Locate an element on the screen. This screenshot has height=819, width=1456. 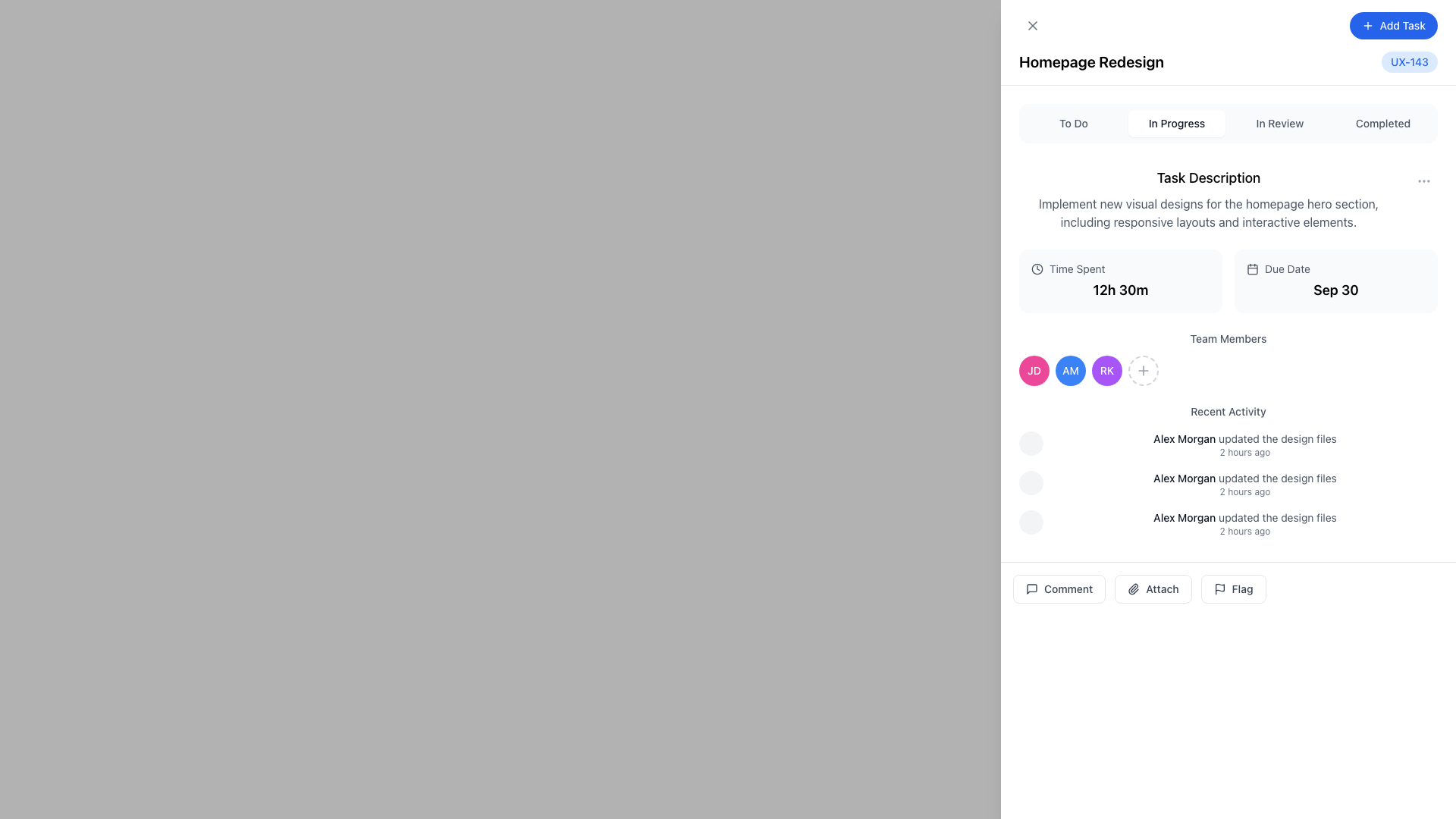
the Icon button represented as a vertical ellipsis located near the upper-right section of the panel to trigger any hover effects that may be present is located at coordinates (1423, 180).